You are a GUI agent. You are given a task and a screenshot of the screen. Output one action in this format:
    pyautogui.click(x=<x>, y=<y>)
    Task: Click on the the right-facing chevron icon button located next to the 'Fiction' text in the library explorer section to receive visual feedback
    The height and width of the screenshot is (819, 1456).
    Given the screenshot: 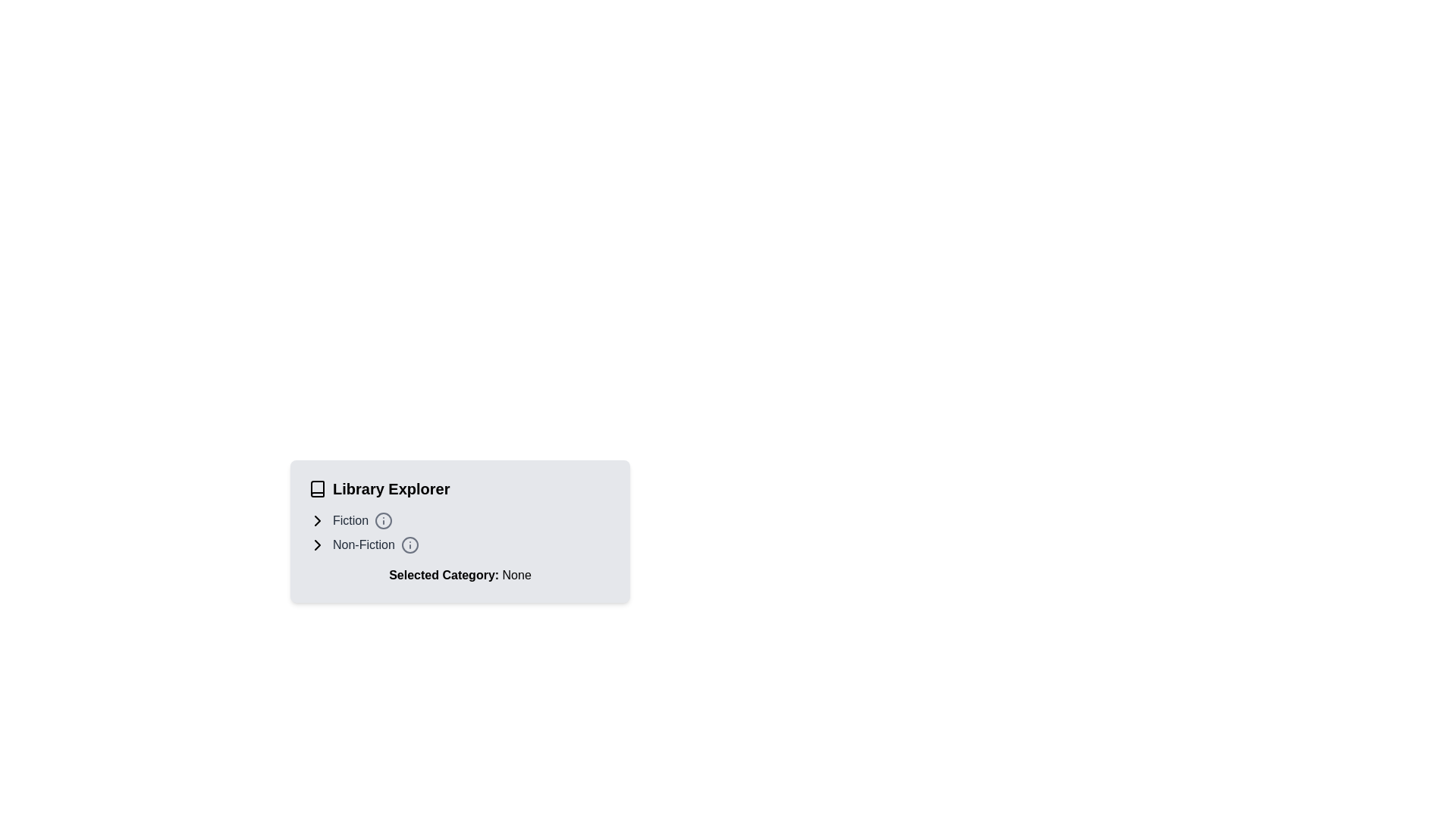 What is the action you would take?
    pyautogui.click(x=316, y=519)
    